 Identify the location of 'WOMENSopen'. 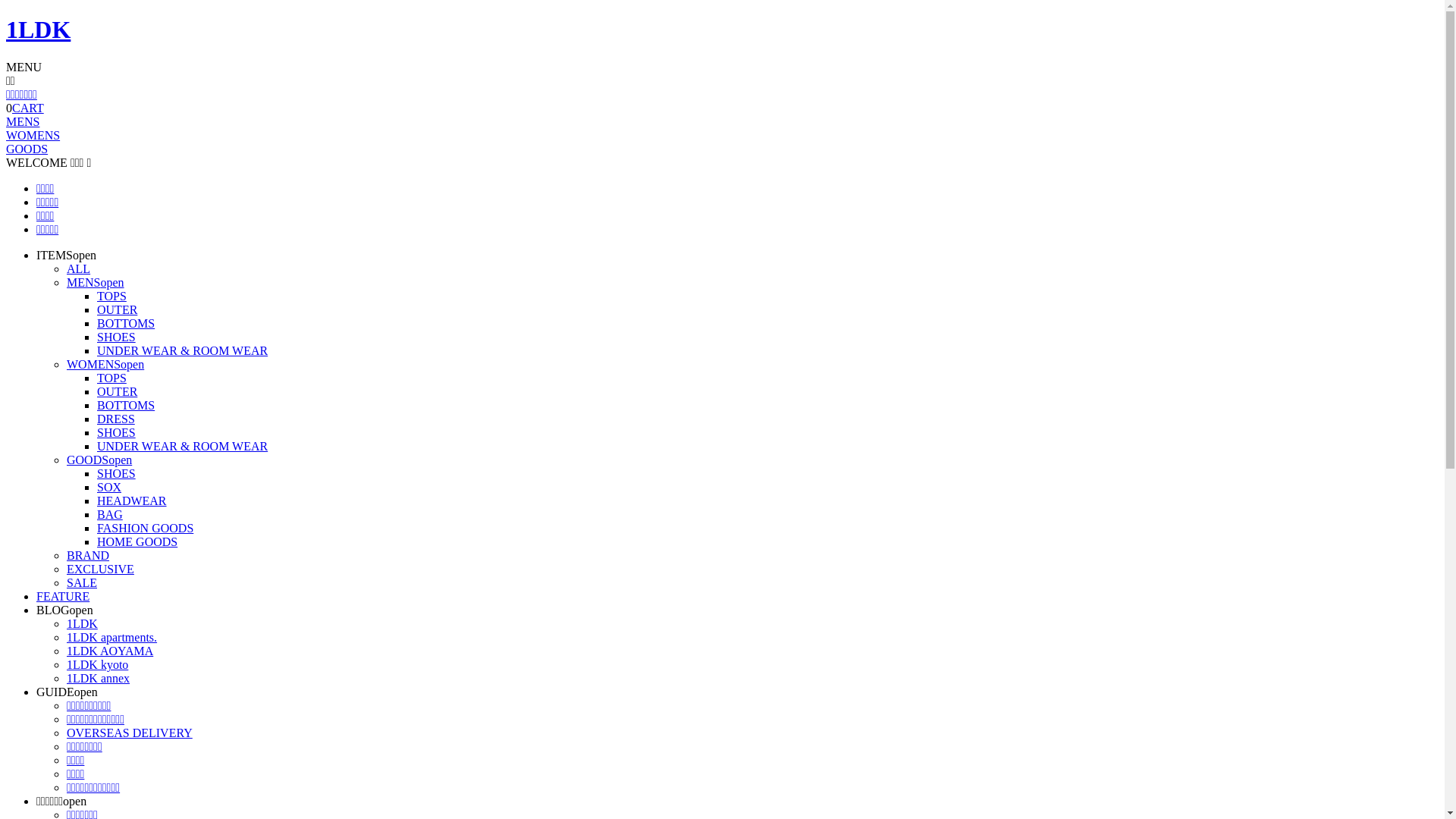
(105, 364).